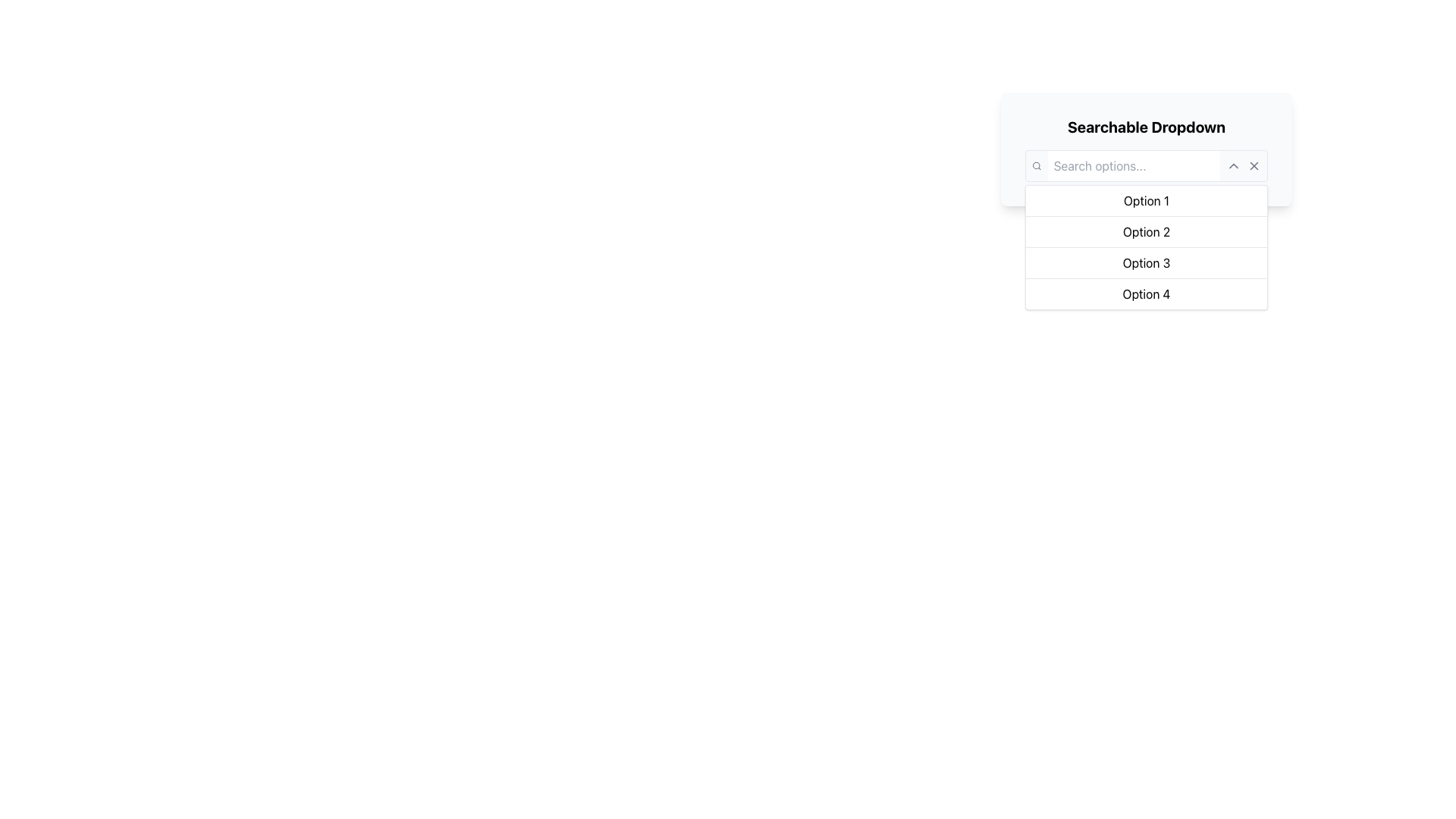 Image resolution: width=1456 pixels, height=819 pixels. Describe the element at coordinates (1254, 166) in the screenshot. I see `the clear button located in the upper-right section of the dropdown interface, which clears the text in the search input field` at that location.